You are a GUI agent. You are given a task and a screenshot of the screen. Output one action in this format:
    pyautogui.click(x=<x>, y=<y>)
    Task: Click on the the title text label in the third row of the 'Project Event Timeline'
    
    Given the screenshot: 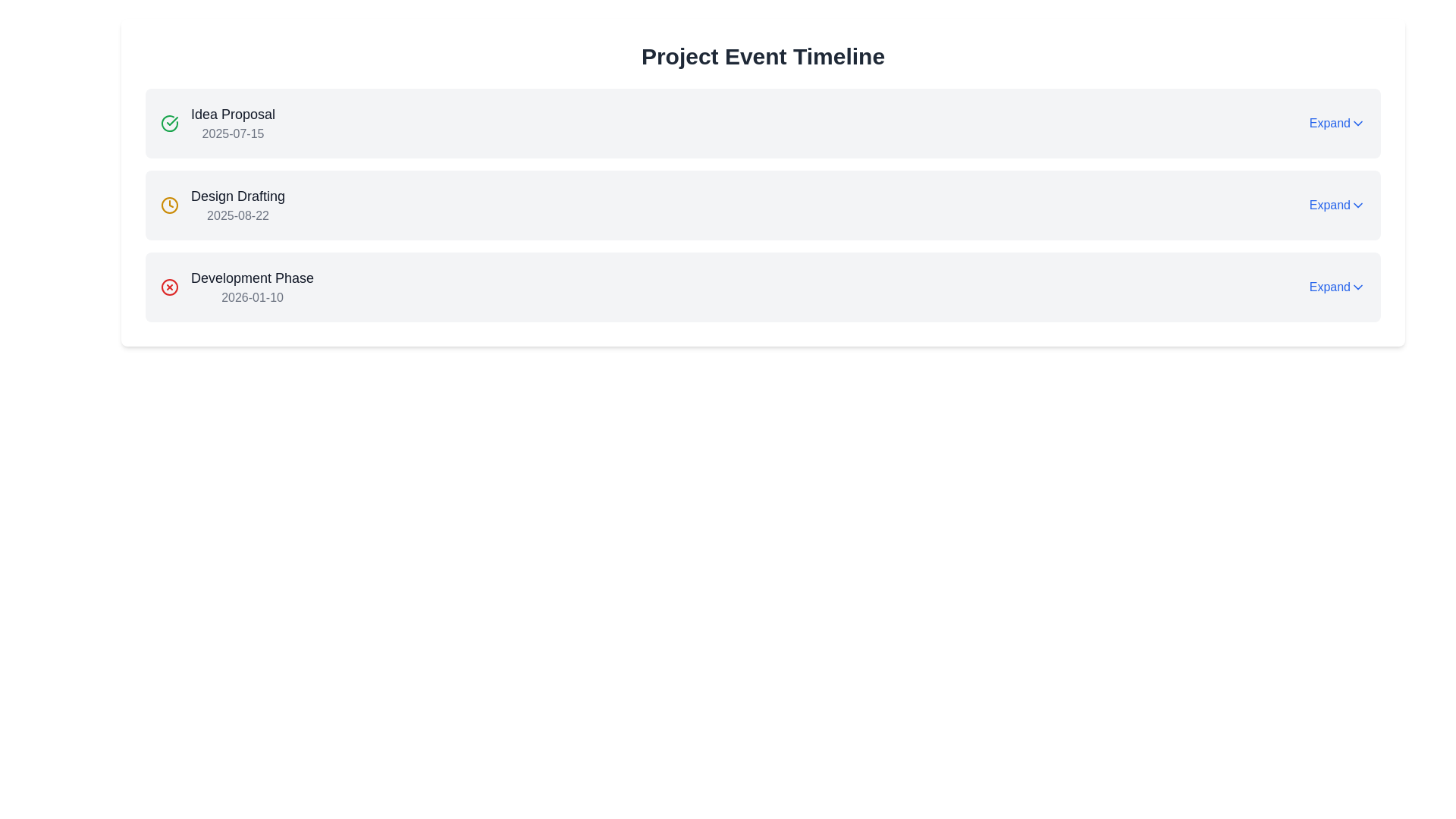 What is the action you would take?
    pyautogui.click(x=253, y=278)
    